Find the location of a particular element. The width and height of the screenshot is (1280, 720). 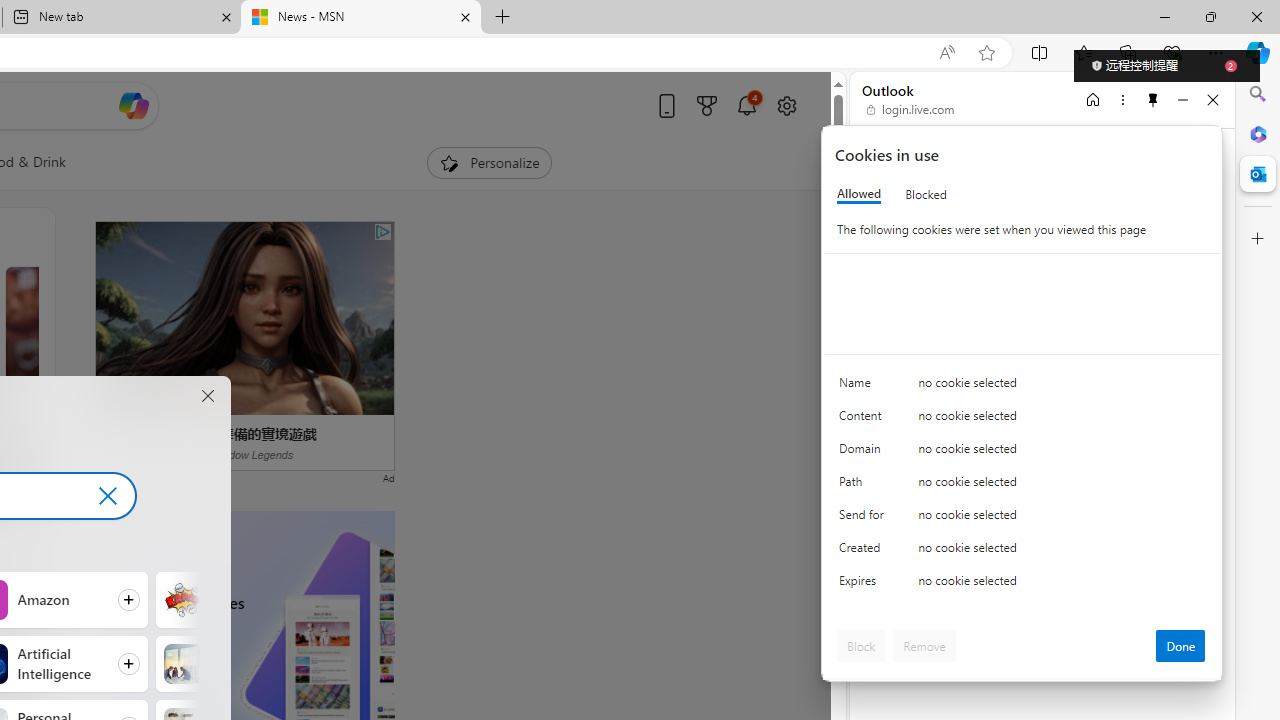

'Ad' is located at coordinates (388, 477).